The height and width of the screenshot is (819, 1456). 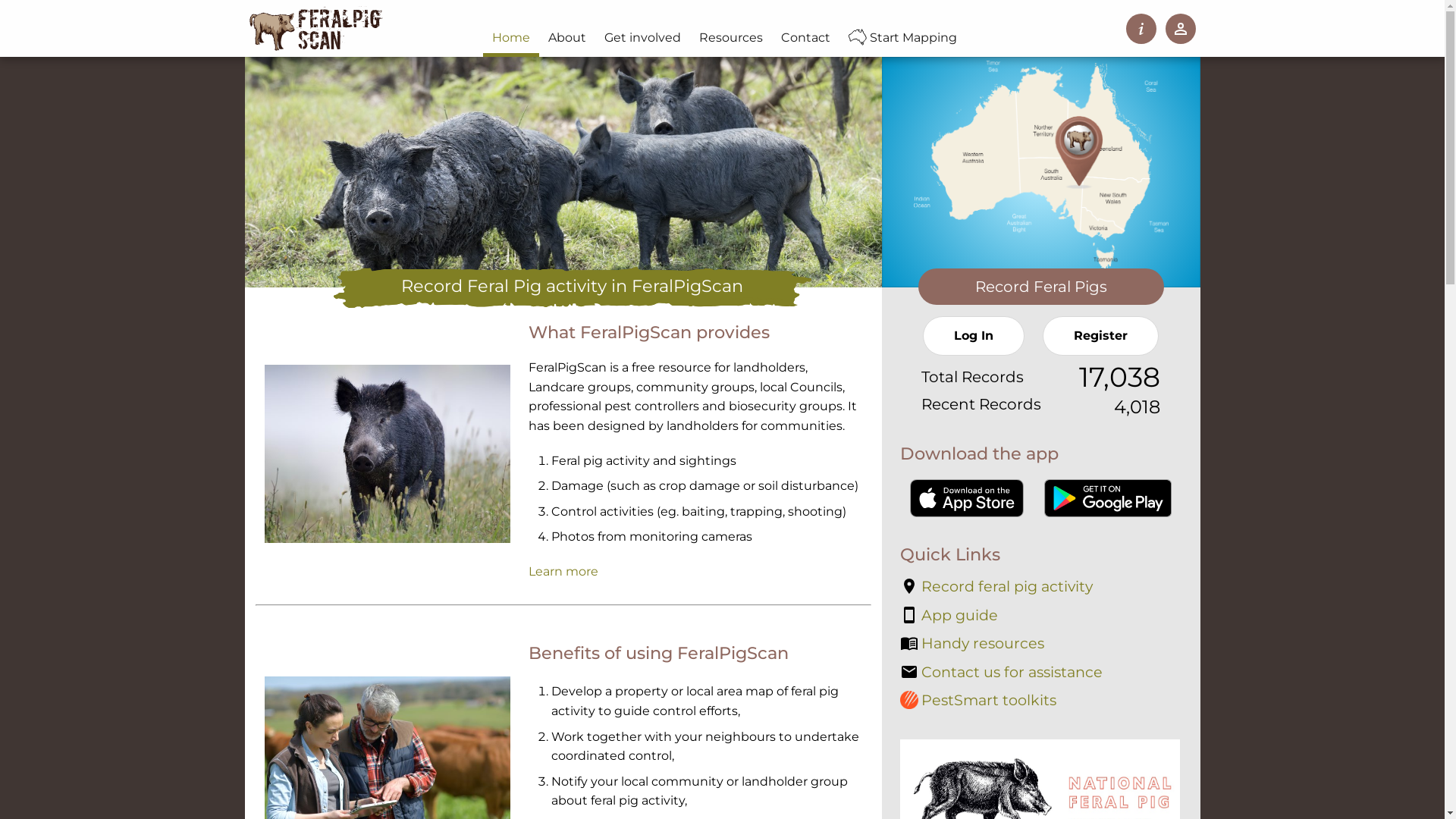 I want to click on 'Start Mapping', so click(x=907, y=37).